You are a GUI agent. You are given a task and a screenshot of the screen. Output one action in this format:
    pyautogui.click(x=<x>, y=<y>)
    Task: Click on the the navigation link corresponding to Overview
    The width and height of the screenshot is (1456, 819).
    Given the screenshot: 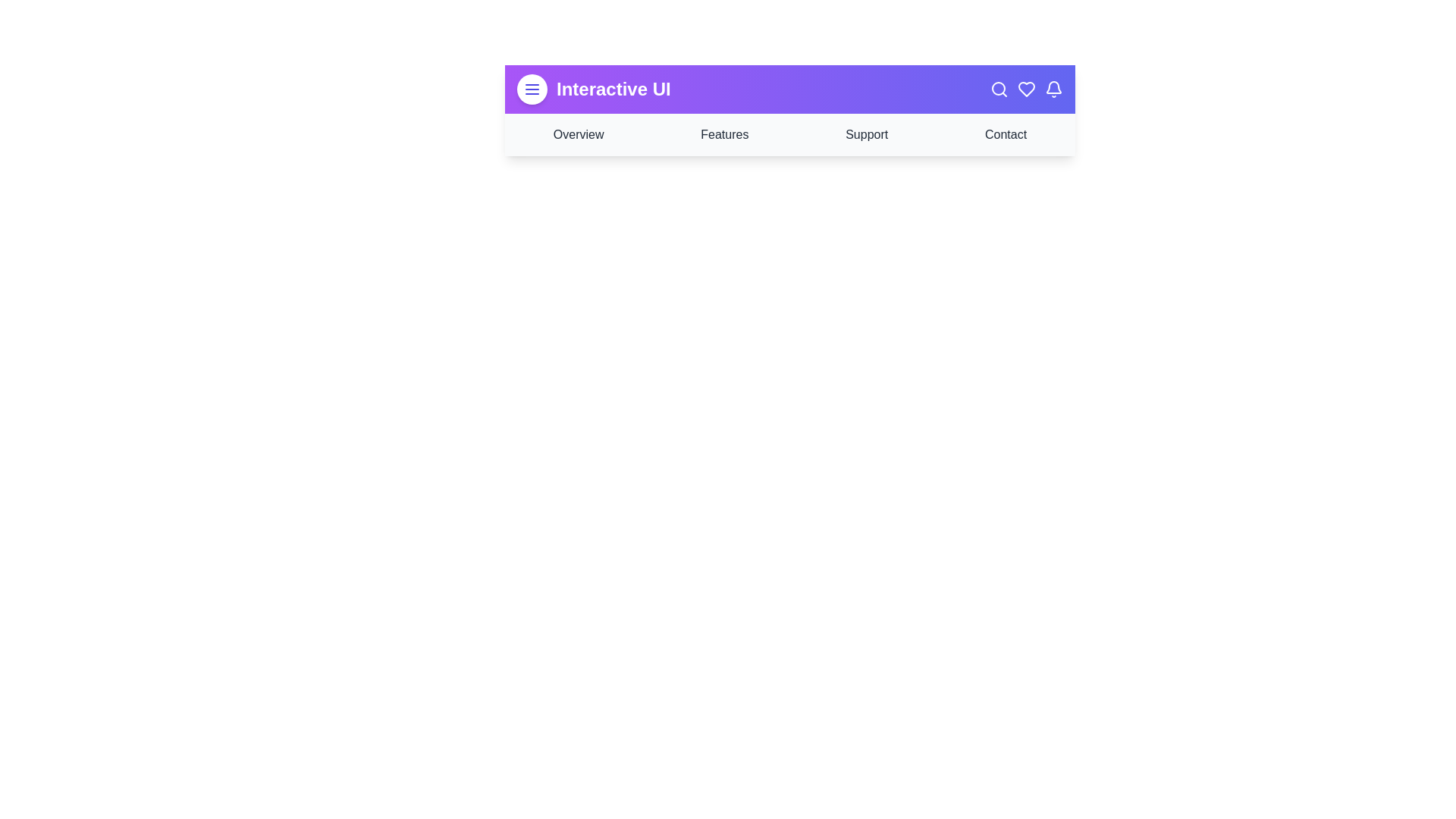 What is the action you would take?
    pyautogui.click(x=578, y=133)
    